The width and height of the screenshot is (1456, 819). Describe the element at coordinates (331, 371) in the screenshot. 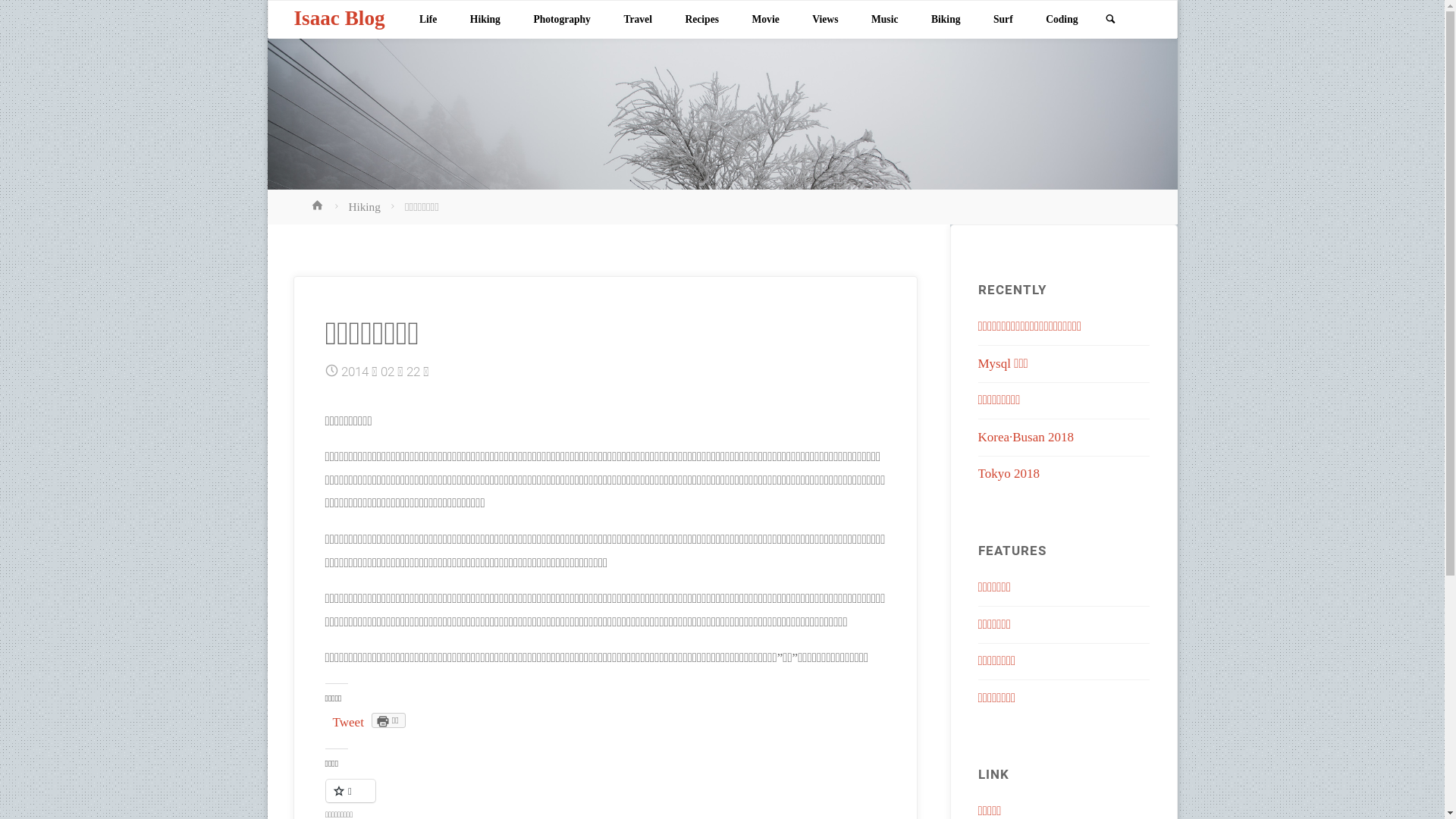

I see `'Date'` at that location.